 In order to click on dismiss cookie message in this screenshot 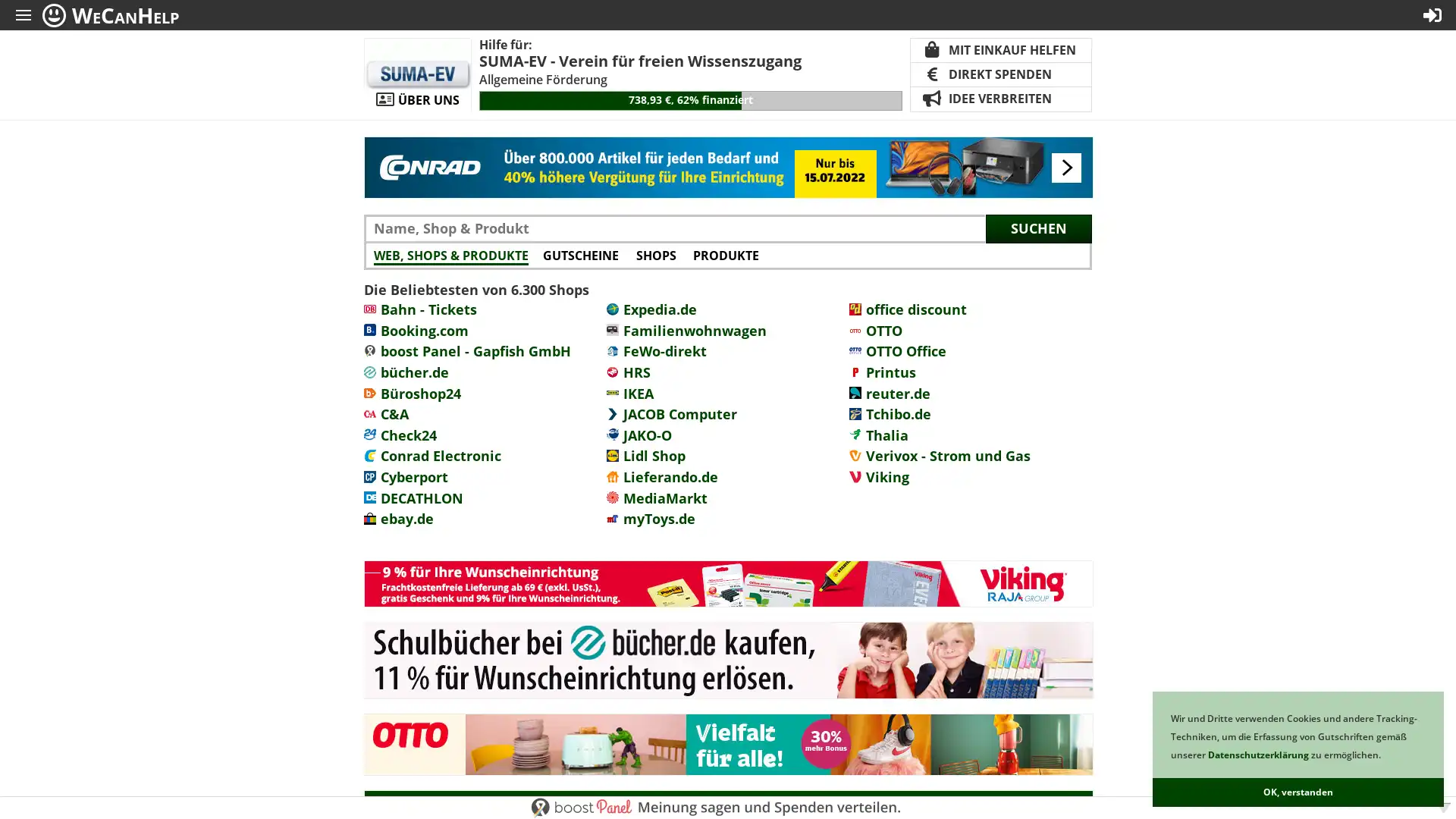, I will do `click(1298, 792)`.